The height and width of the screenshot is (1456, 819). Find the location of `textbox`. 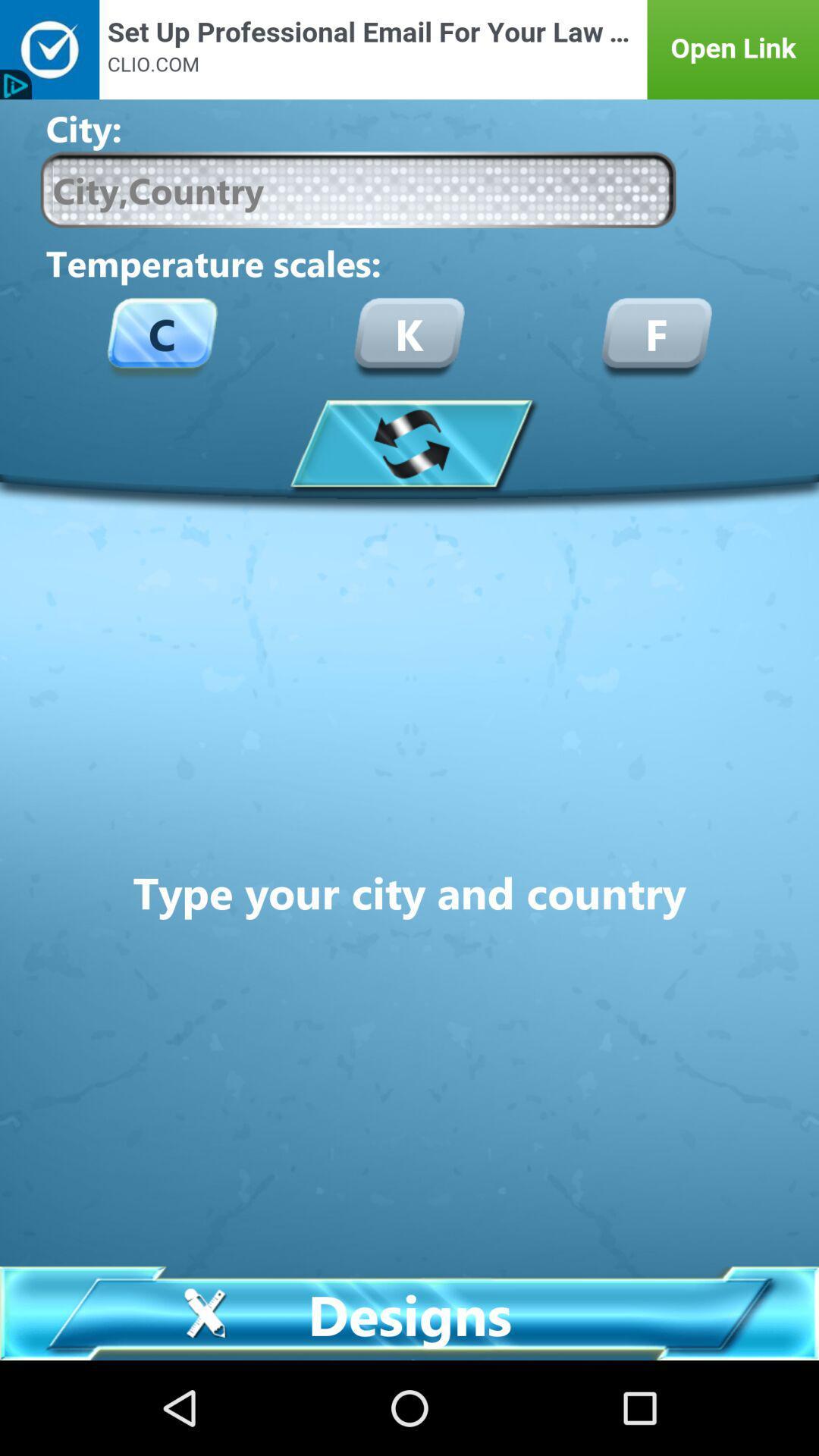

textbox is located at coordinates (358, 189).